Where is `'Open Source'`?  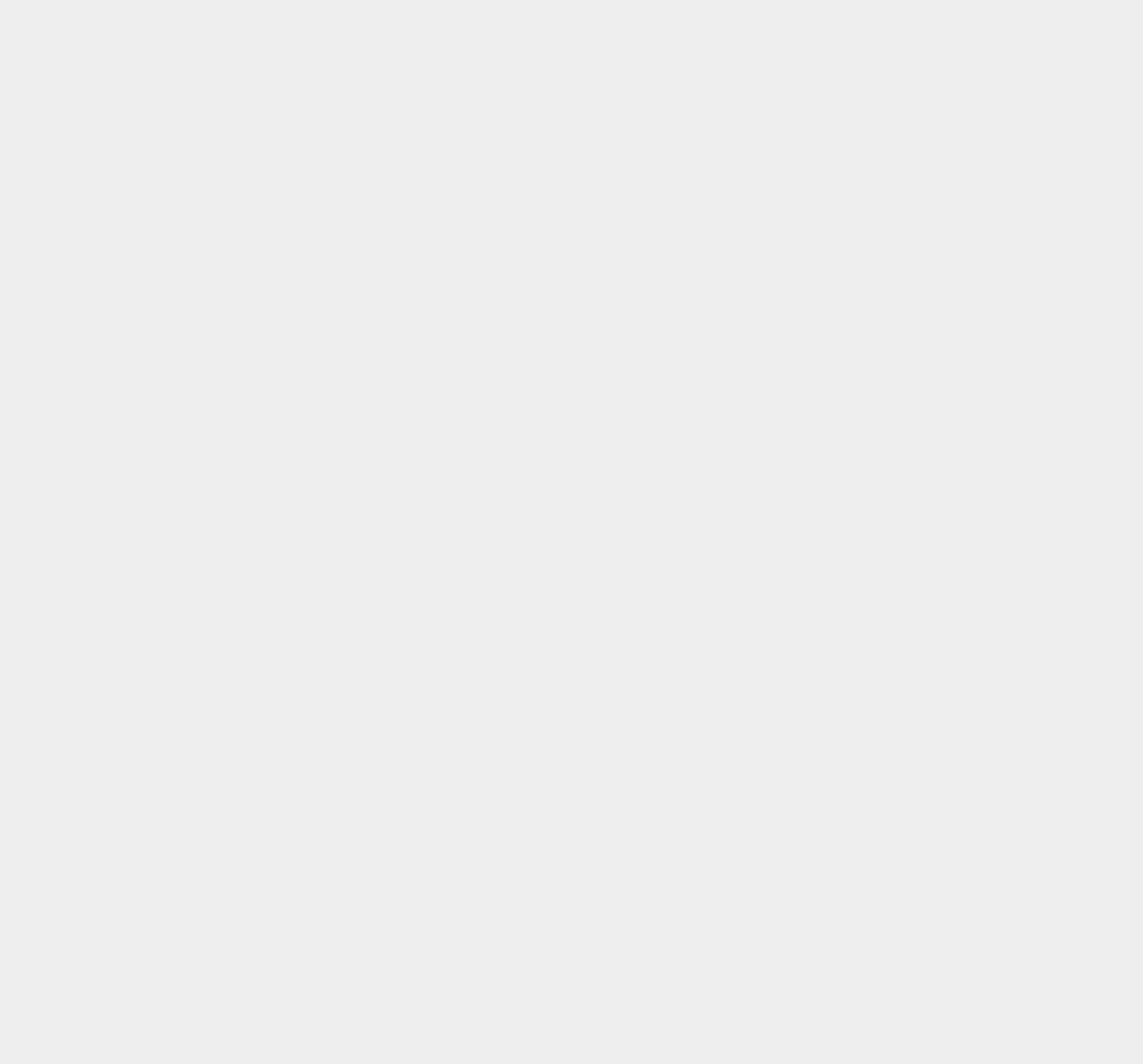 'Open Source' is located at coordinates (807, 235).